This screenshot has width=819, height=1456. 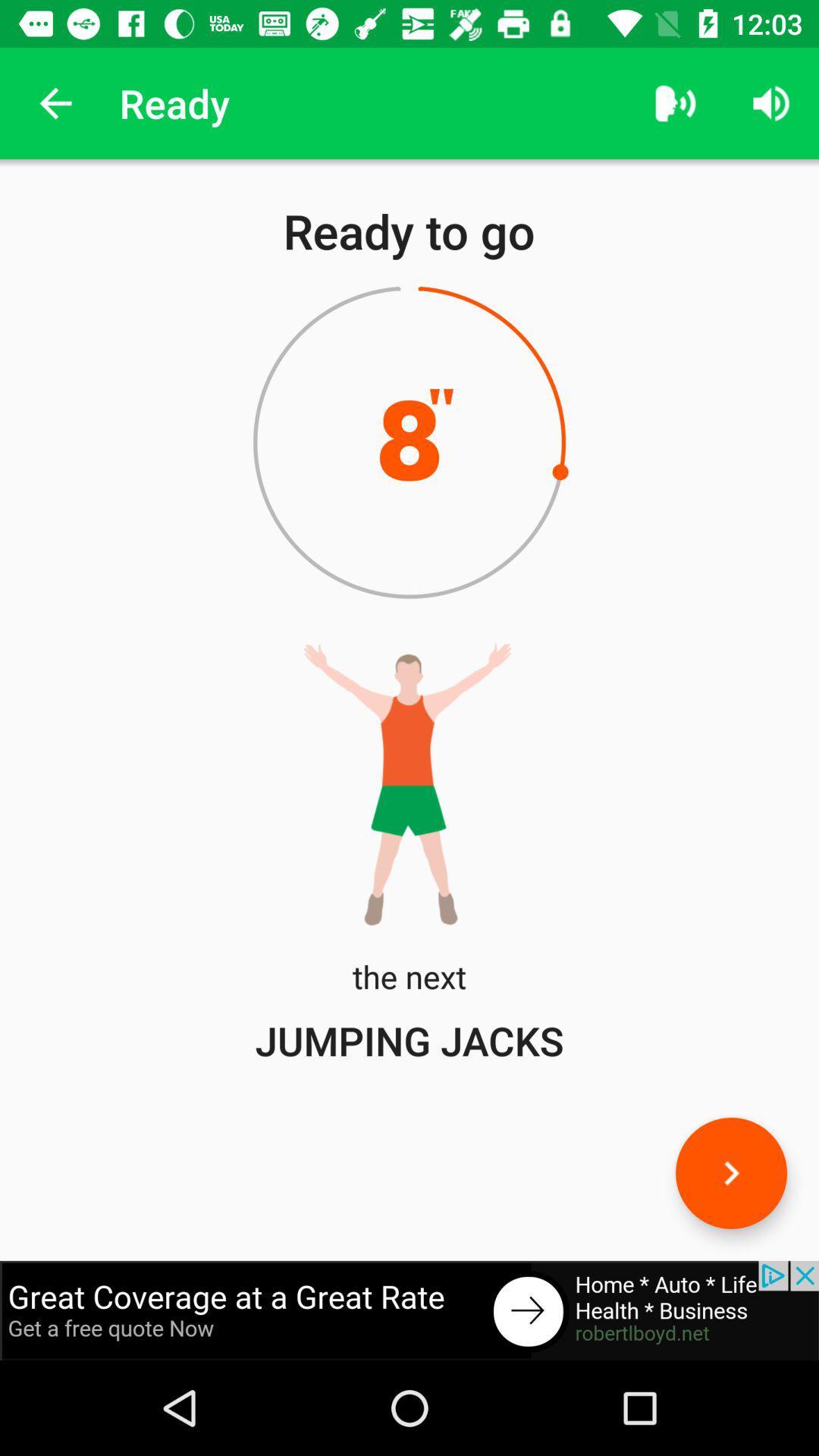 I want to click on start workout, so click(x=730, y=1172).